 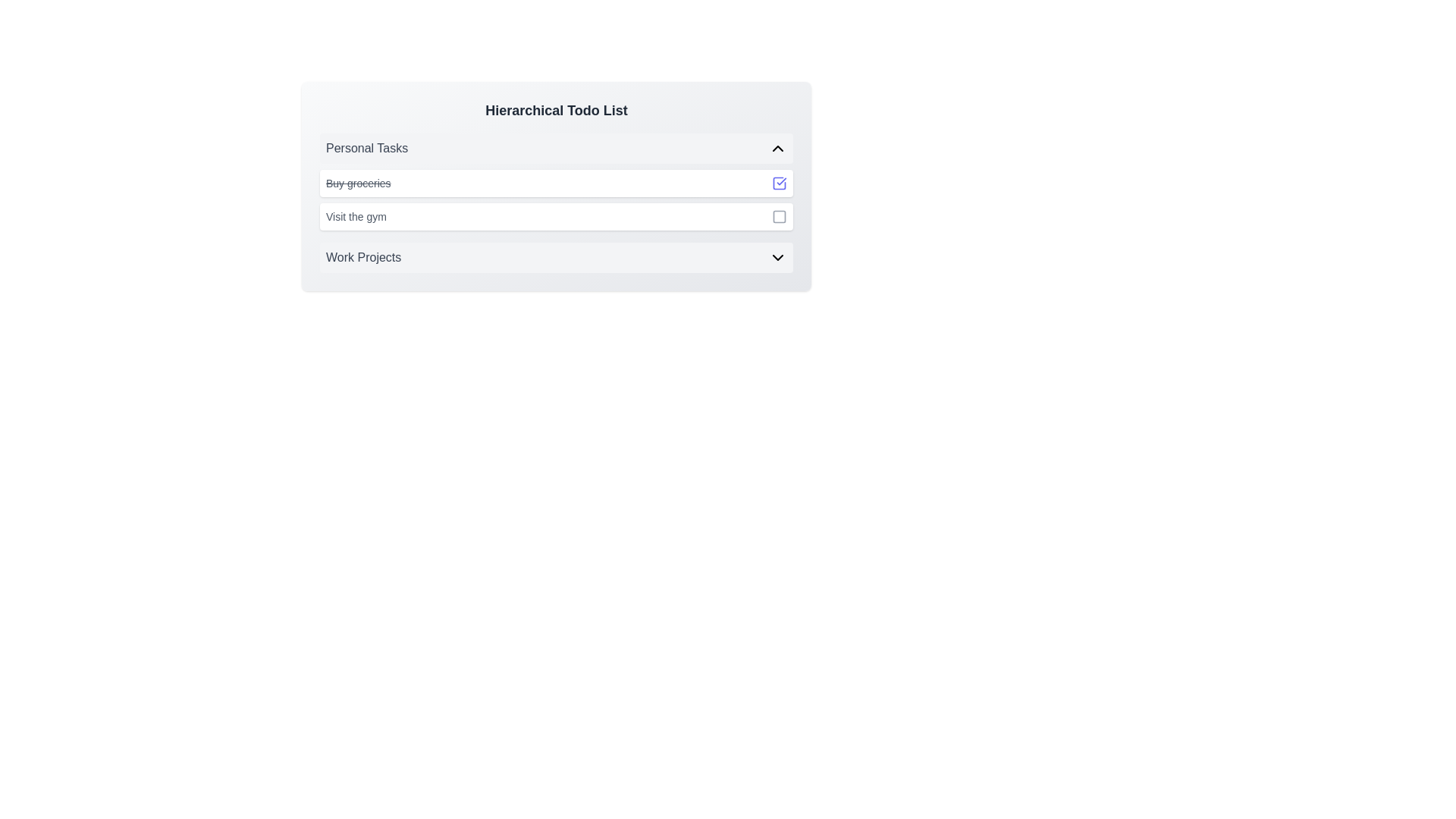 What do you see at coordinates (356, 216) in the screenshot?
I see `the Text Label displaying 'Visit the gym' under the 'Personal Tasks' section` at bounding box center [356, 216].